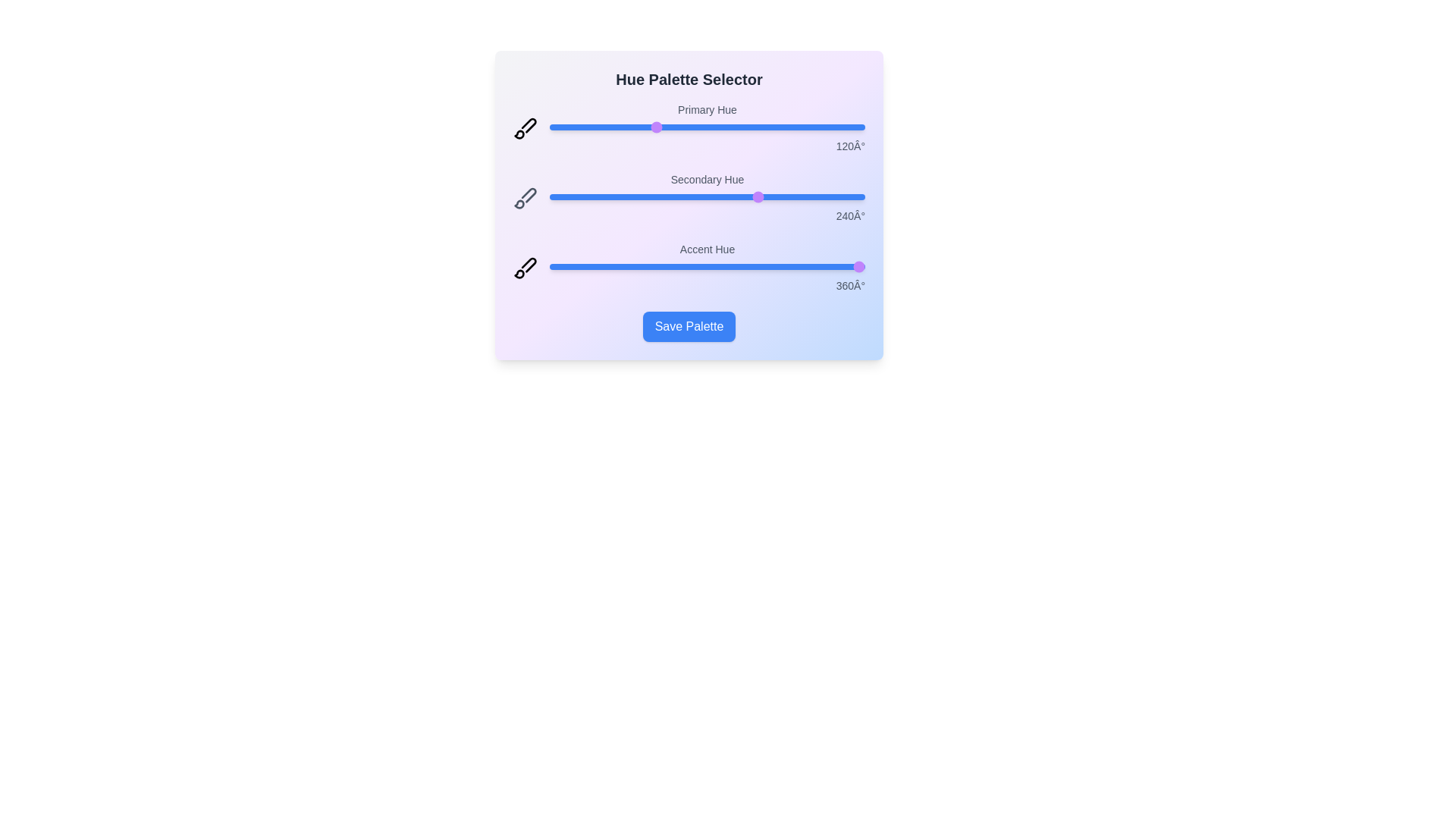 This screenshot has height=819, width=1456. Describe the element at coordinates (692, 196) in the screenshot. I see `the 'Secondary Hue' slider to 164 degrees` at that location.